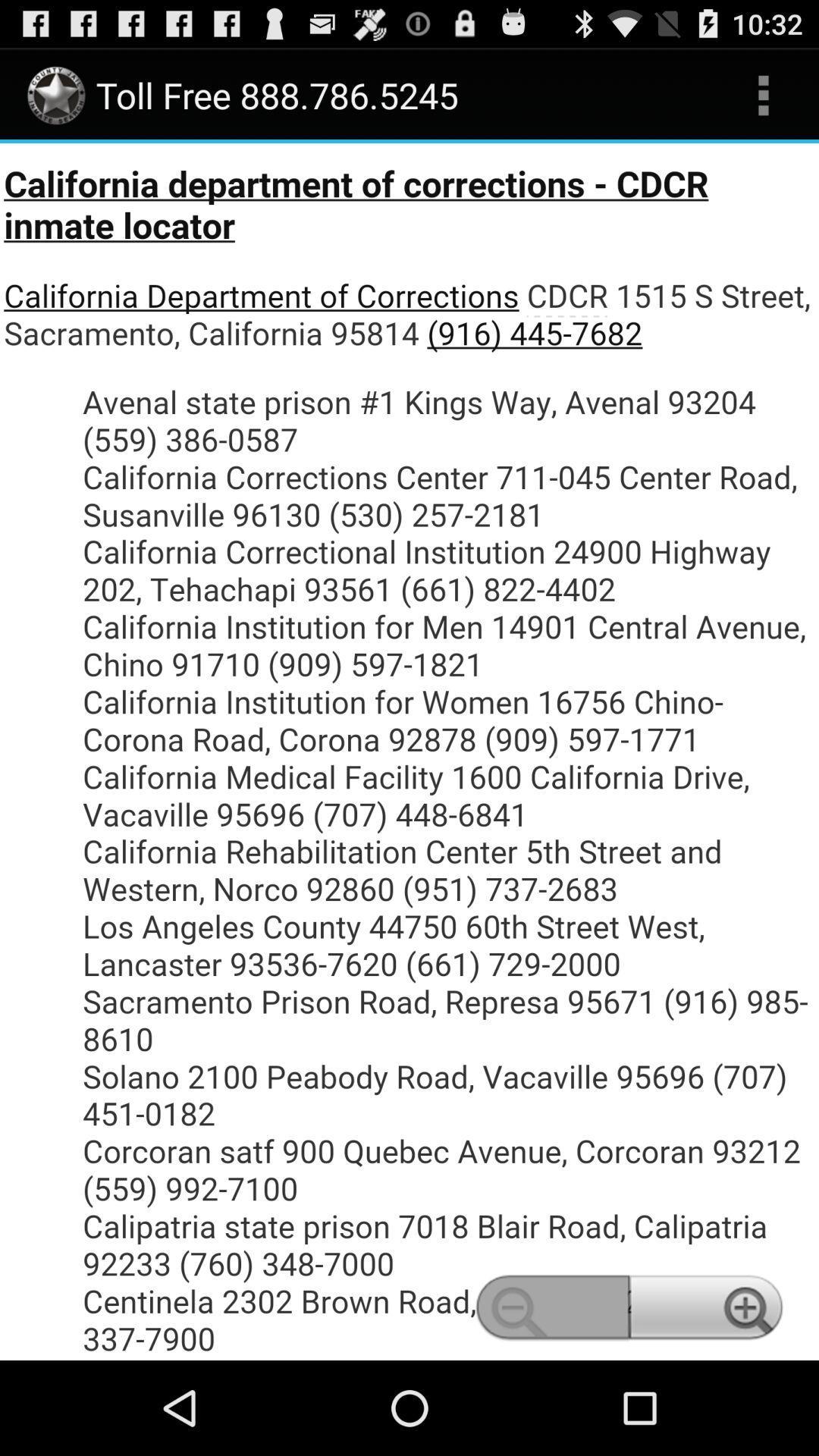  Describe the element at coordinates (409, 752) in the screenshot. I see `seen the paragraph` at that location.